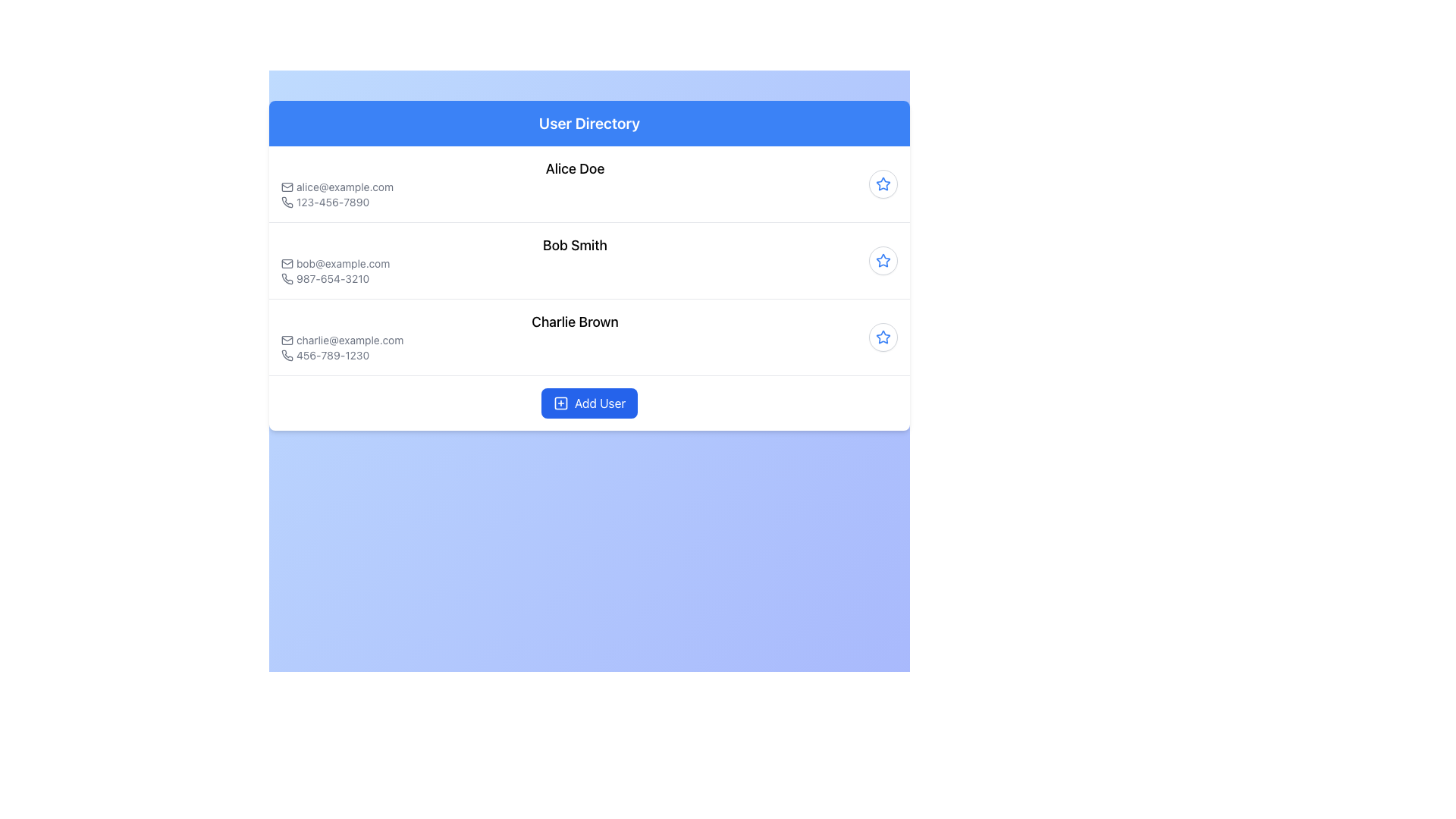  I want to click on the email address 'bob@example.com' displayed in gray font, alongside the mail icon, to prepare for copying the text, so click(574, 262).